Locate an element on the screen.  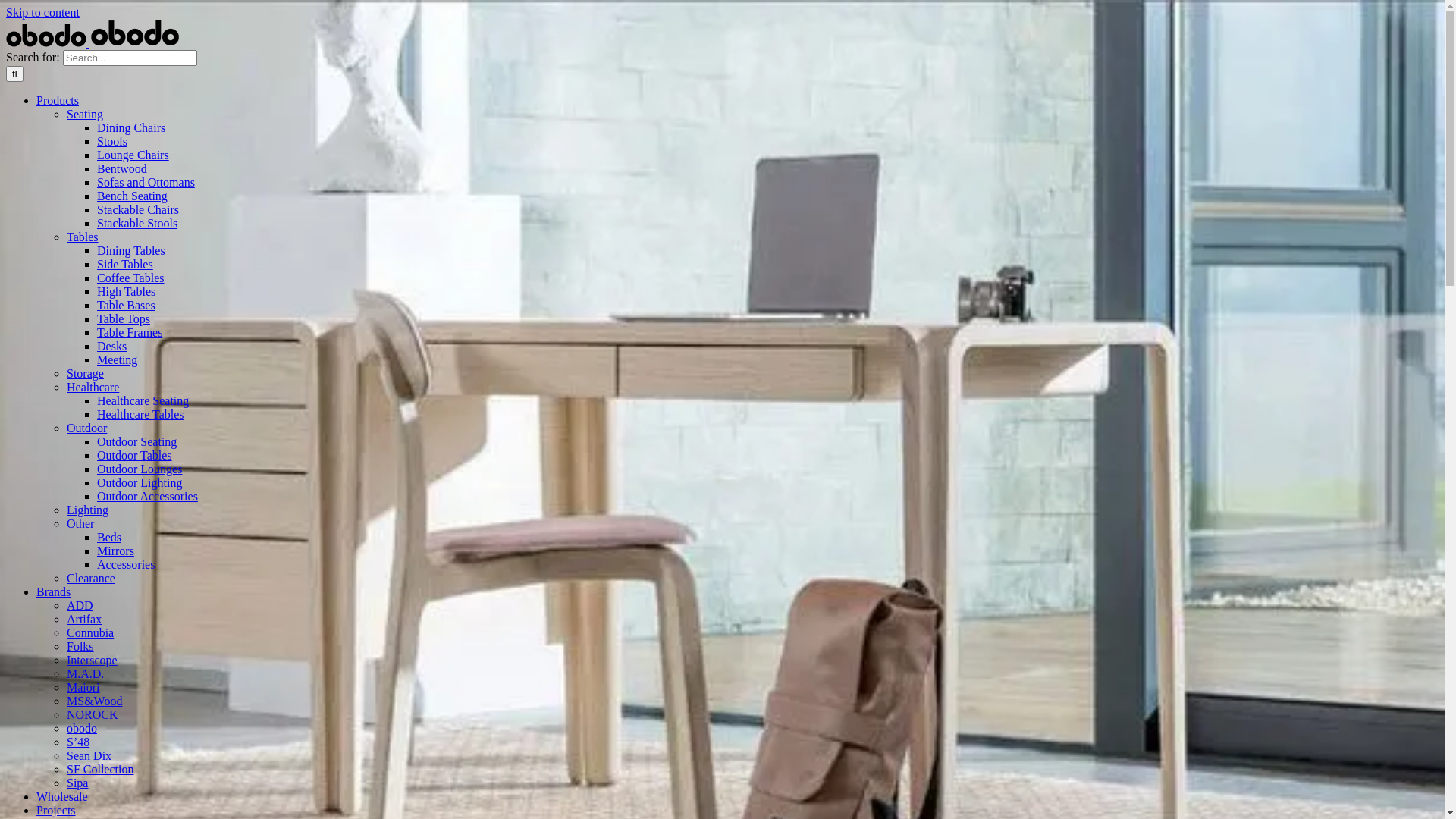
'Lounge Chairs' is located at coordinates (133, 155).